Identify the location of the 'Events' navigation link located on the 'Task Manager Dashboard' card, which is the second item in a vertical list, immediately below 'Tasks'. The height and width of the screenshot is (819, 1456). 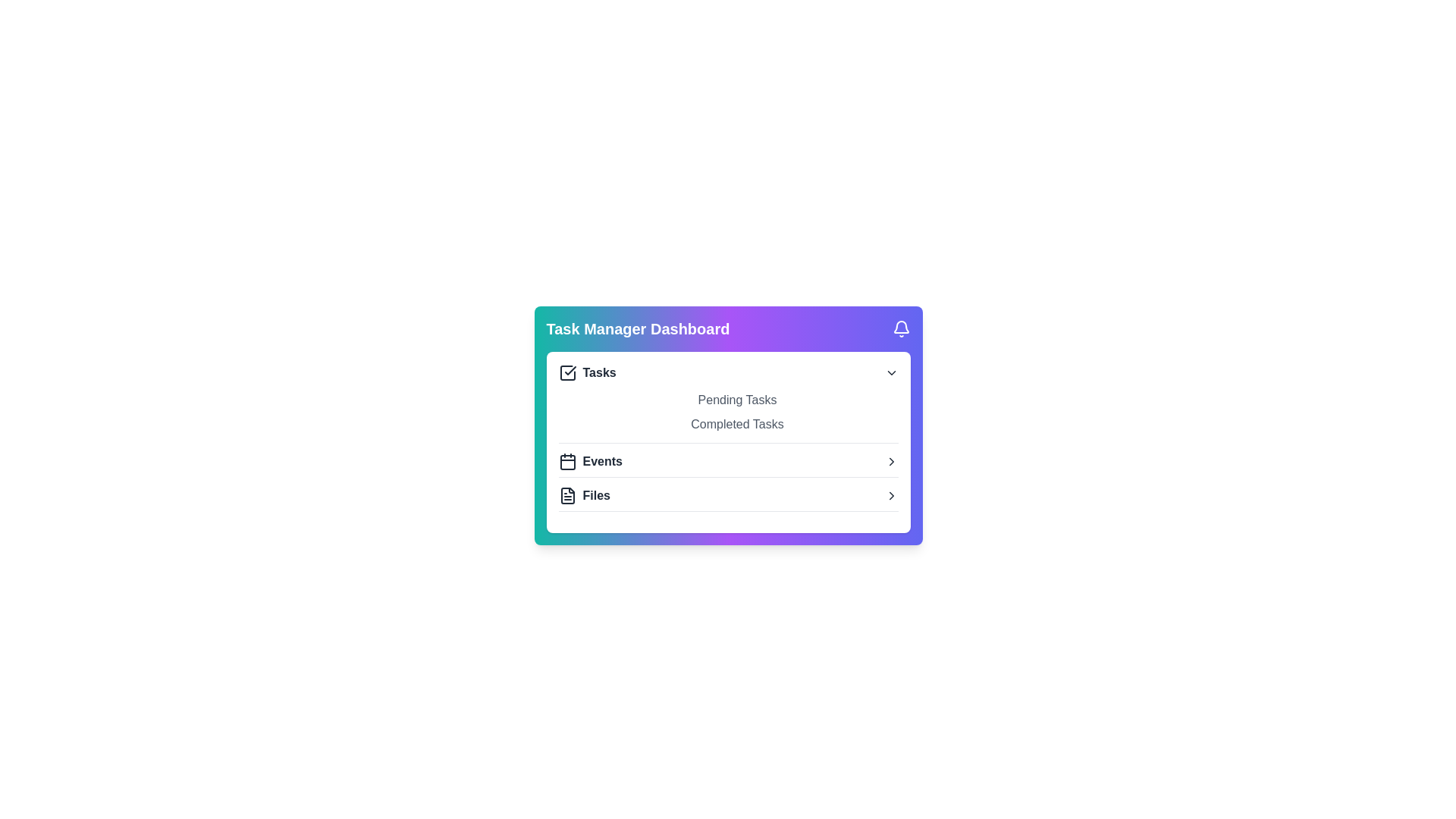
(728, 461).